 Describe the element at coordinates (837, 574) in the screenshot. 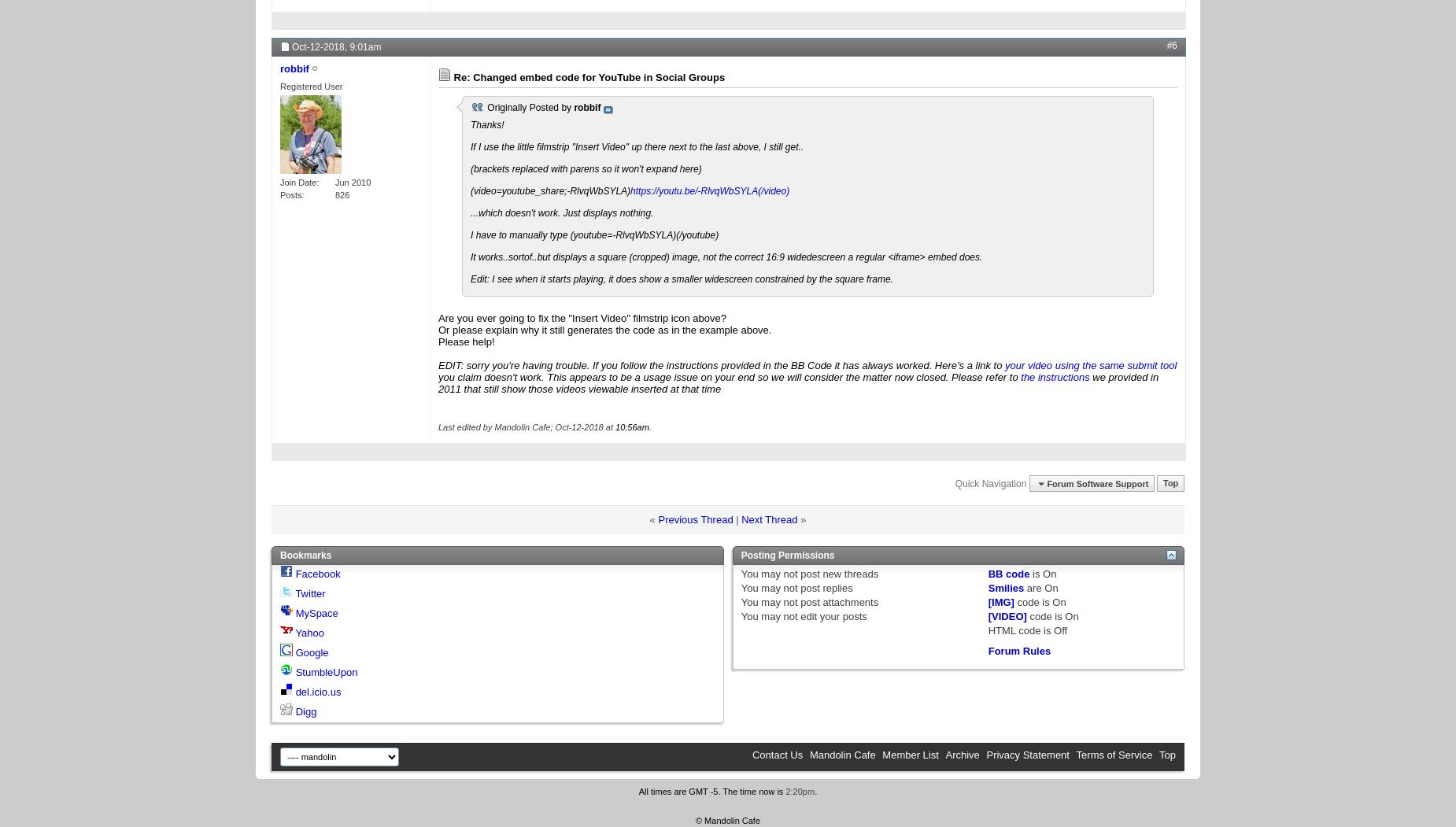

I see `'post new threads'` at that location.